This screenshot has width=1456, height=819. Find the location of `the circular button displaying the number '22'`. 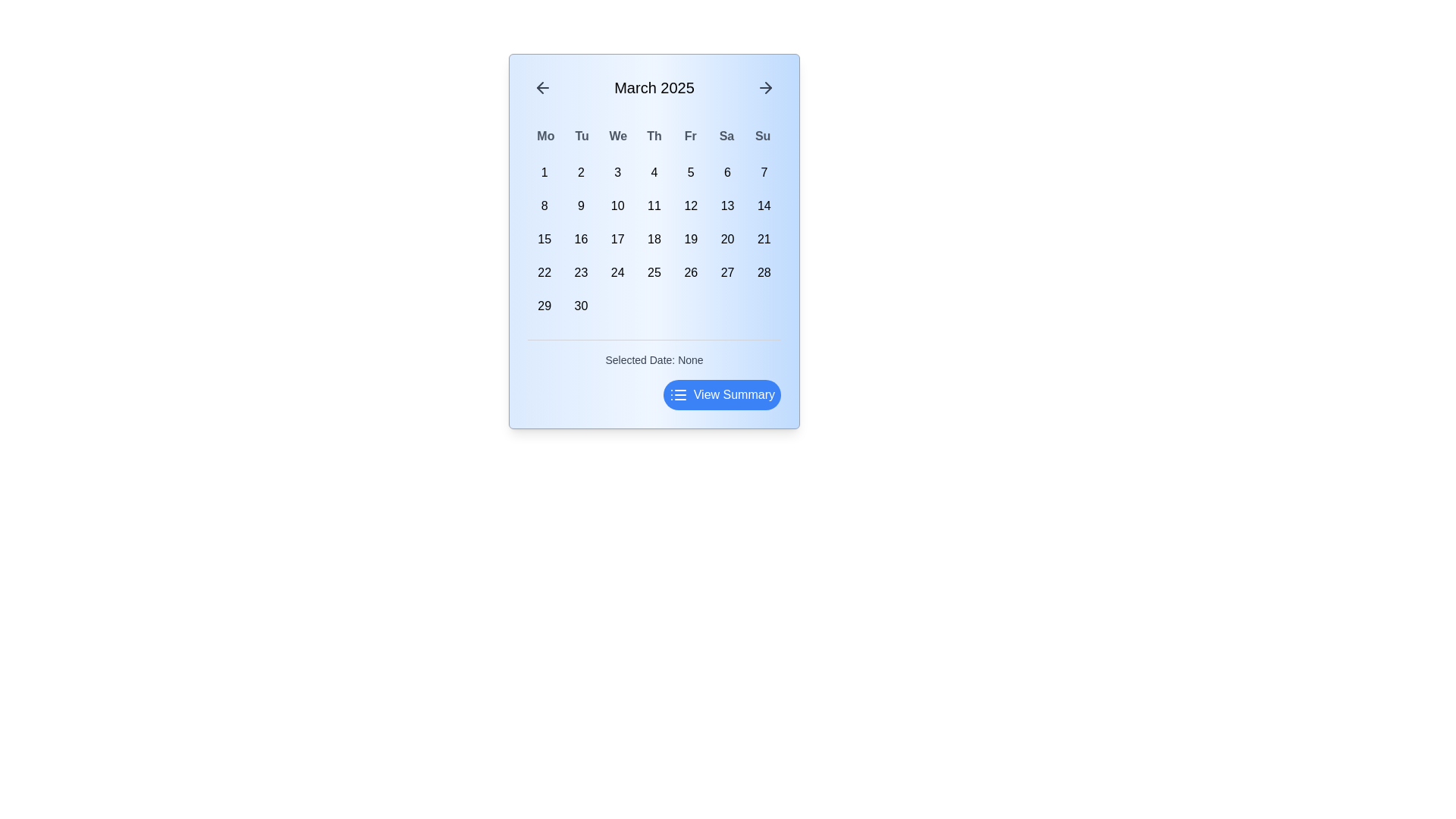

the circular button displaying the number '22' is located at coordinates (544, 271).